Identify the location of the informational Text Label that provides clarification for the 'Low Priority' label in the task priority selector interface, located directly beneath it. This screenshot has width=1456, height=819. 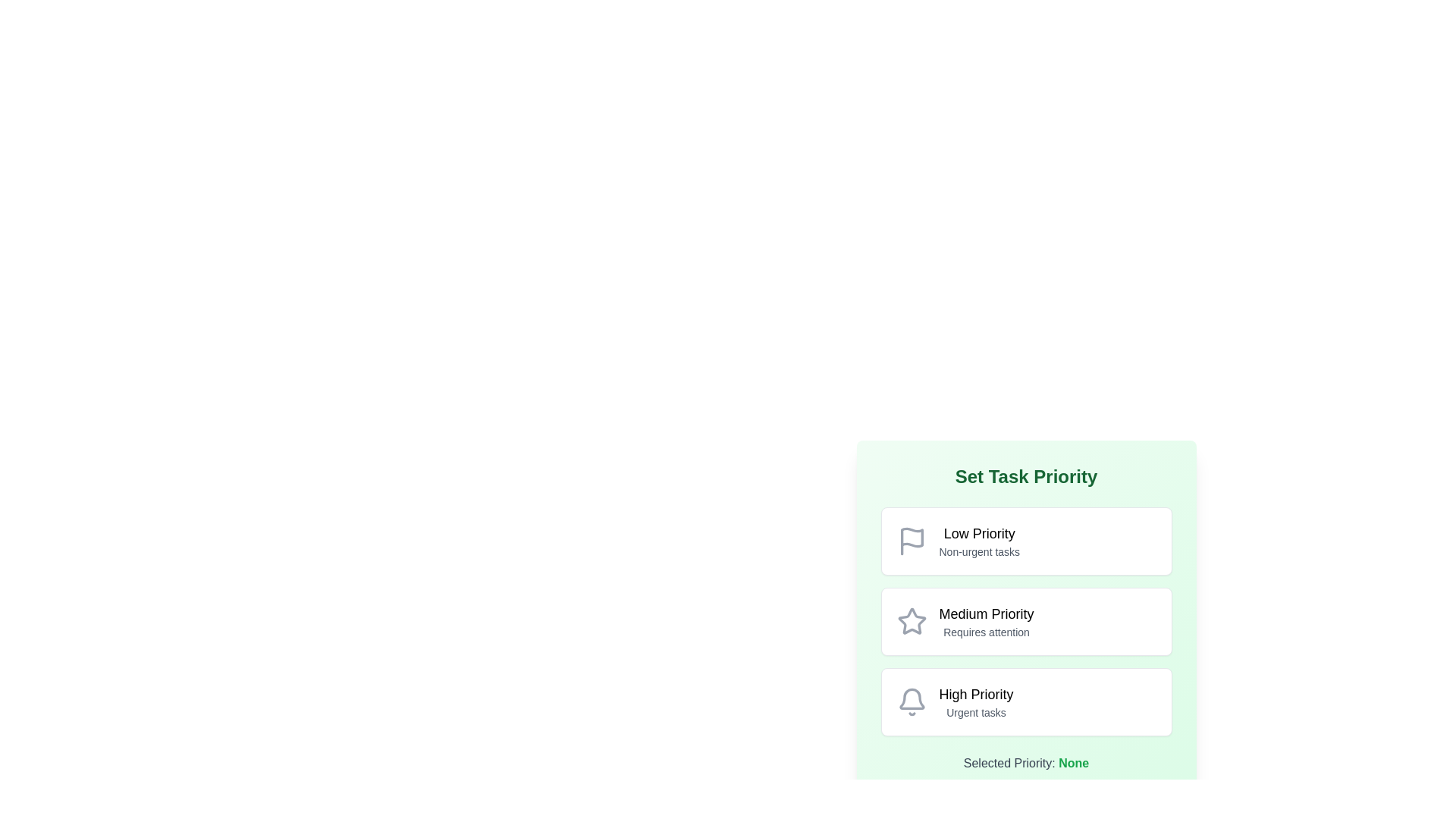
(979, 552).